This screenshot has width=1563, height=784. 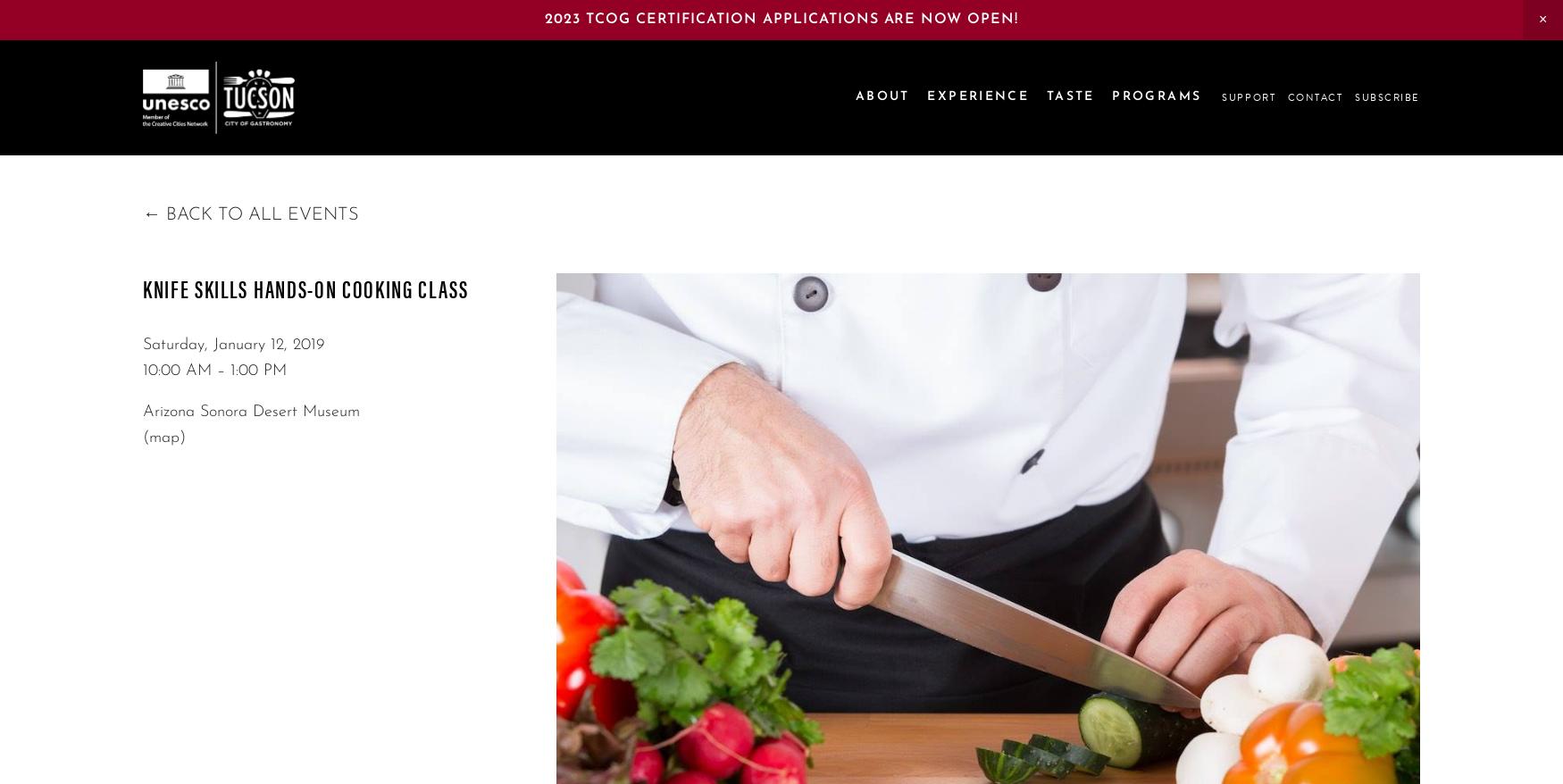 What do you see at coordinates (141, 371) in the screenshot?
I see `'10:00 AM'` at bounding box center [141, 371].